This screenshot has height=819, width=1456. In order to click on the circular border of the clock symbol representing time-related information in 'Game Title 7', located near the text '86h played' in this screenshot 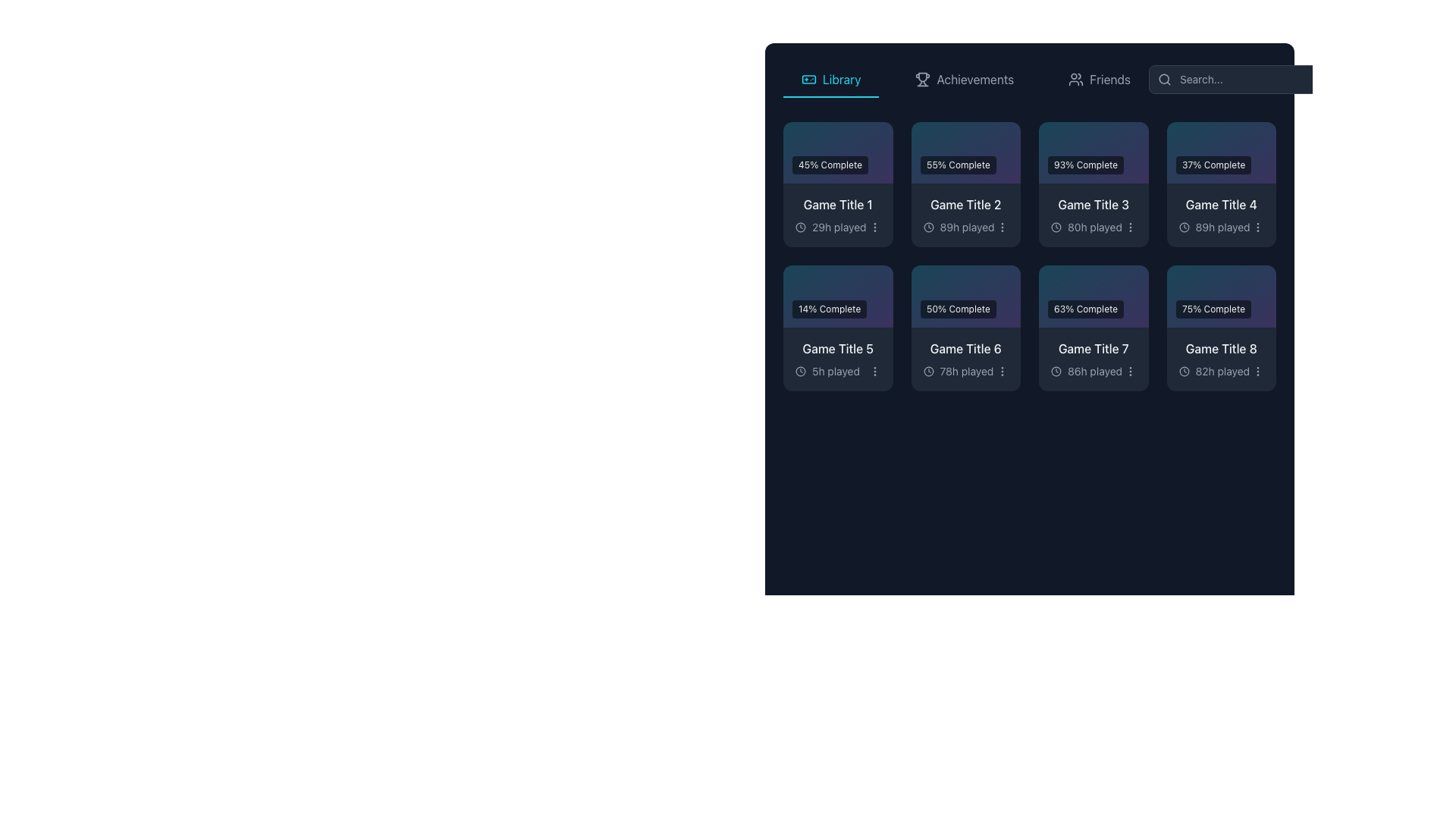, I will do `click(1055, 371)`.